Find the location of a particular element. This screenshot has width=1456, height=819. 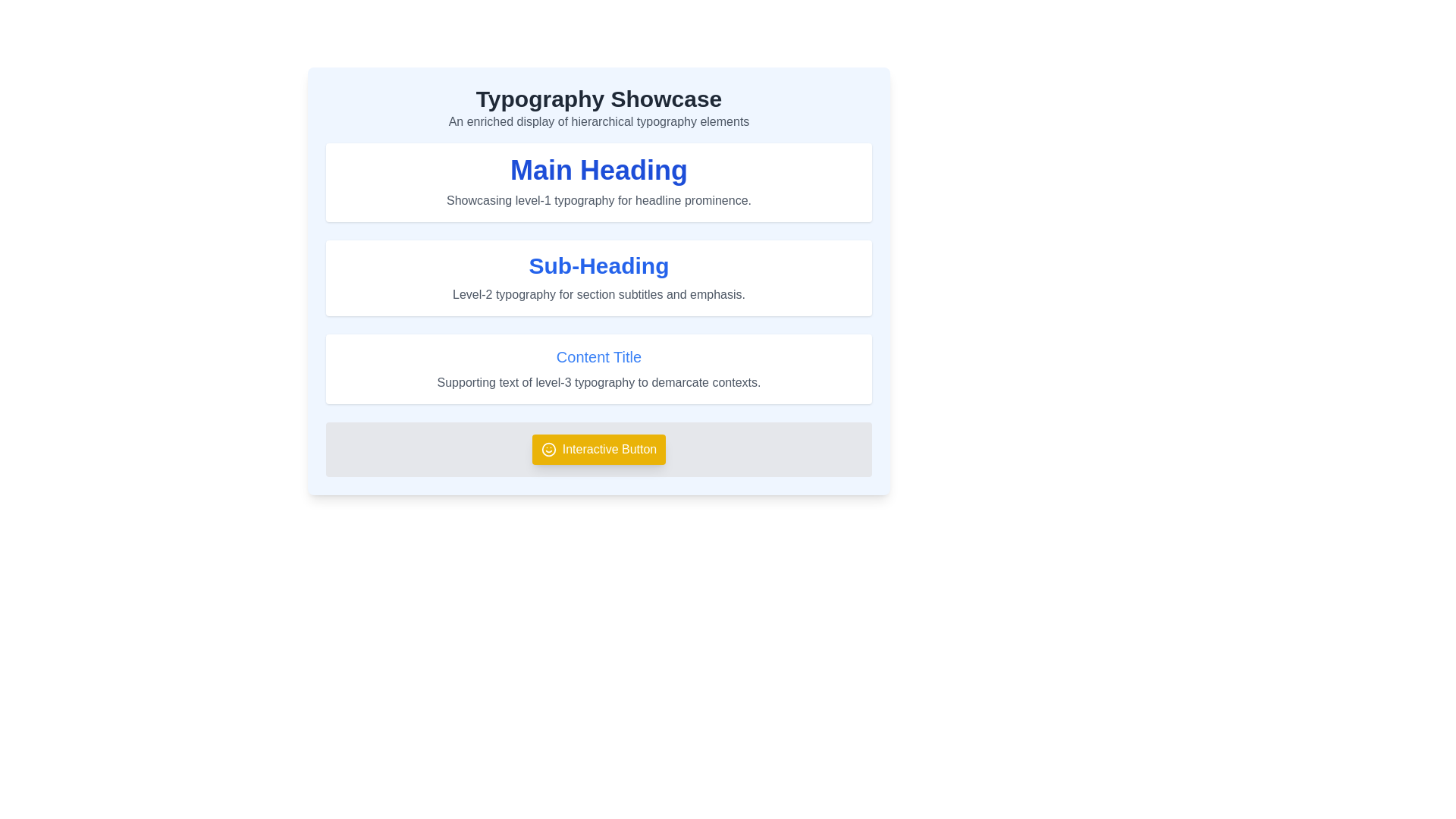

the supporting text element styled in gray, located below 'Content Title' within a white background card is located at coordinates (598, 382).